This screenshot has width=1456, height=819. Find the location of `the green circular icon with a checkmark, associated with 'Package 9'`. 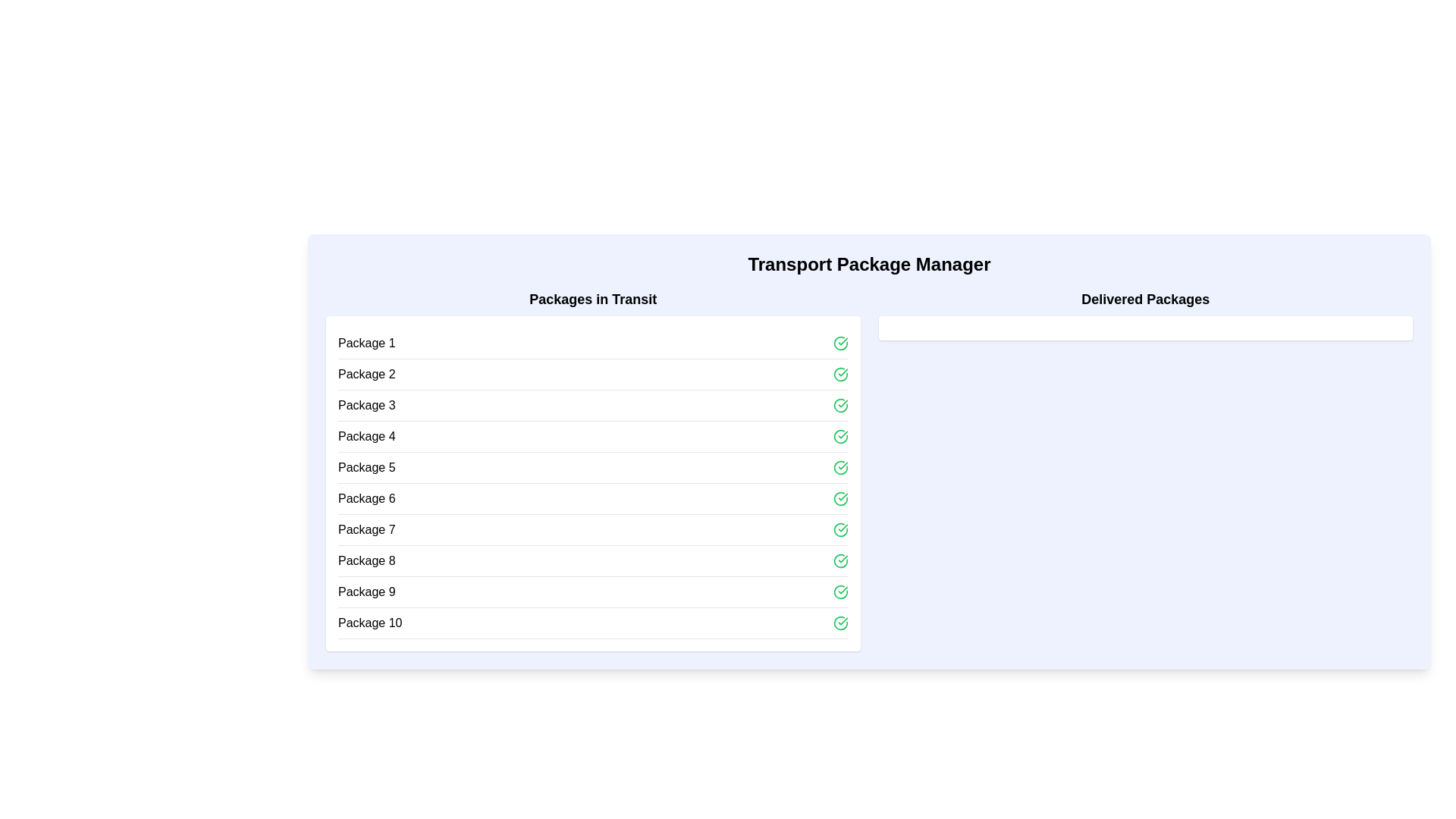

the green circular icon with a checkmark, associated with 'Package 9' is located at coordinates (839, 591).